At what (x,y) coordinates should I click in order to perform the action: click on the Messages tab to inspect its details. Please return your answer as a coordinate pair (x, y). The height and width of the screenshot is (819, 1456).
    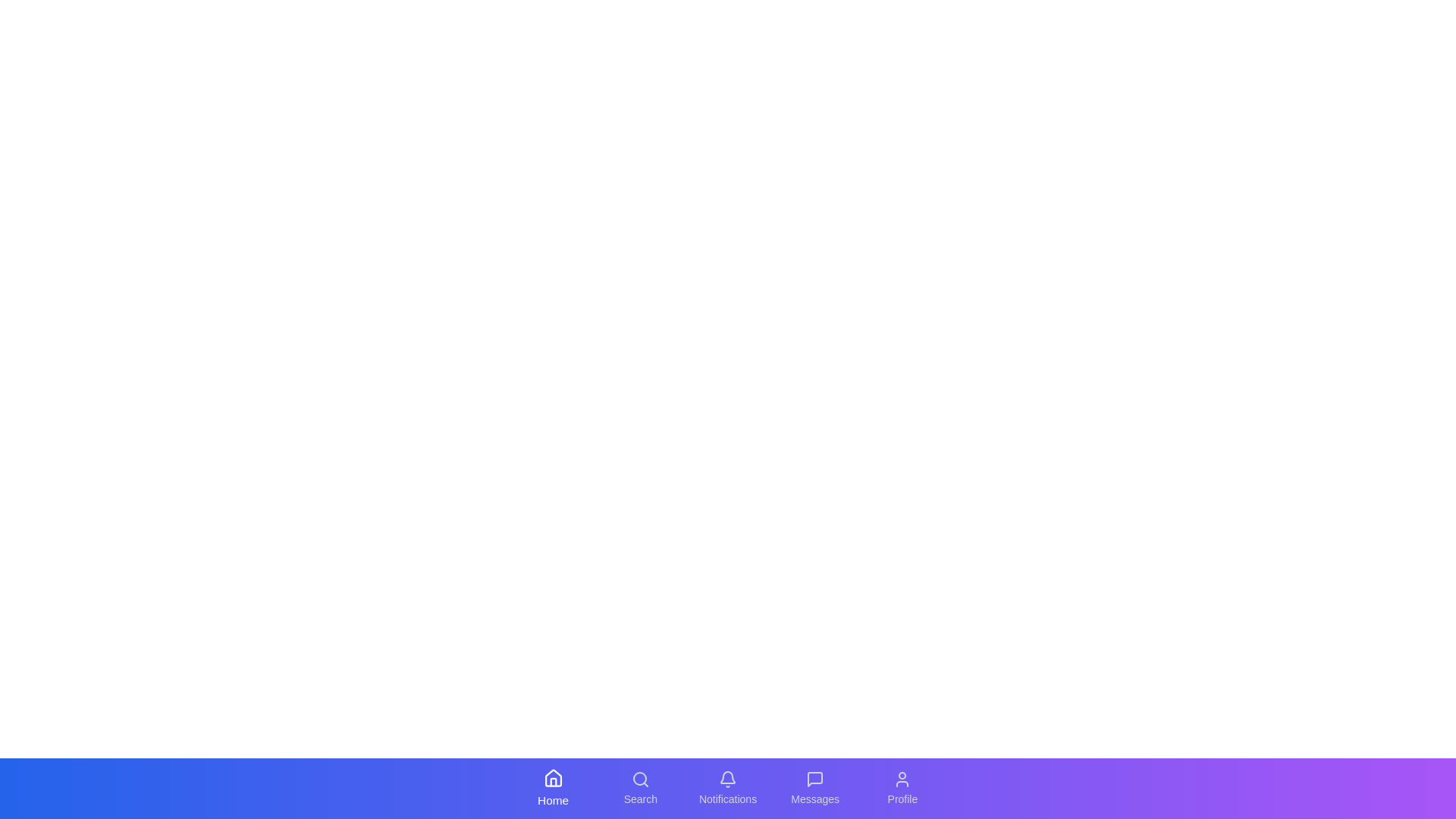
    Looking at the image, I should click on (814, 788).